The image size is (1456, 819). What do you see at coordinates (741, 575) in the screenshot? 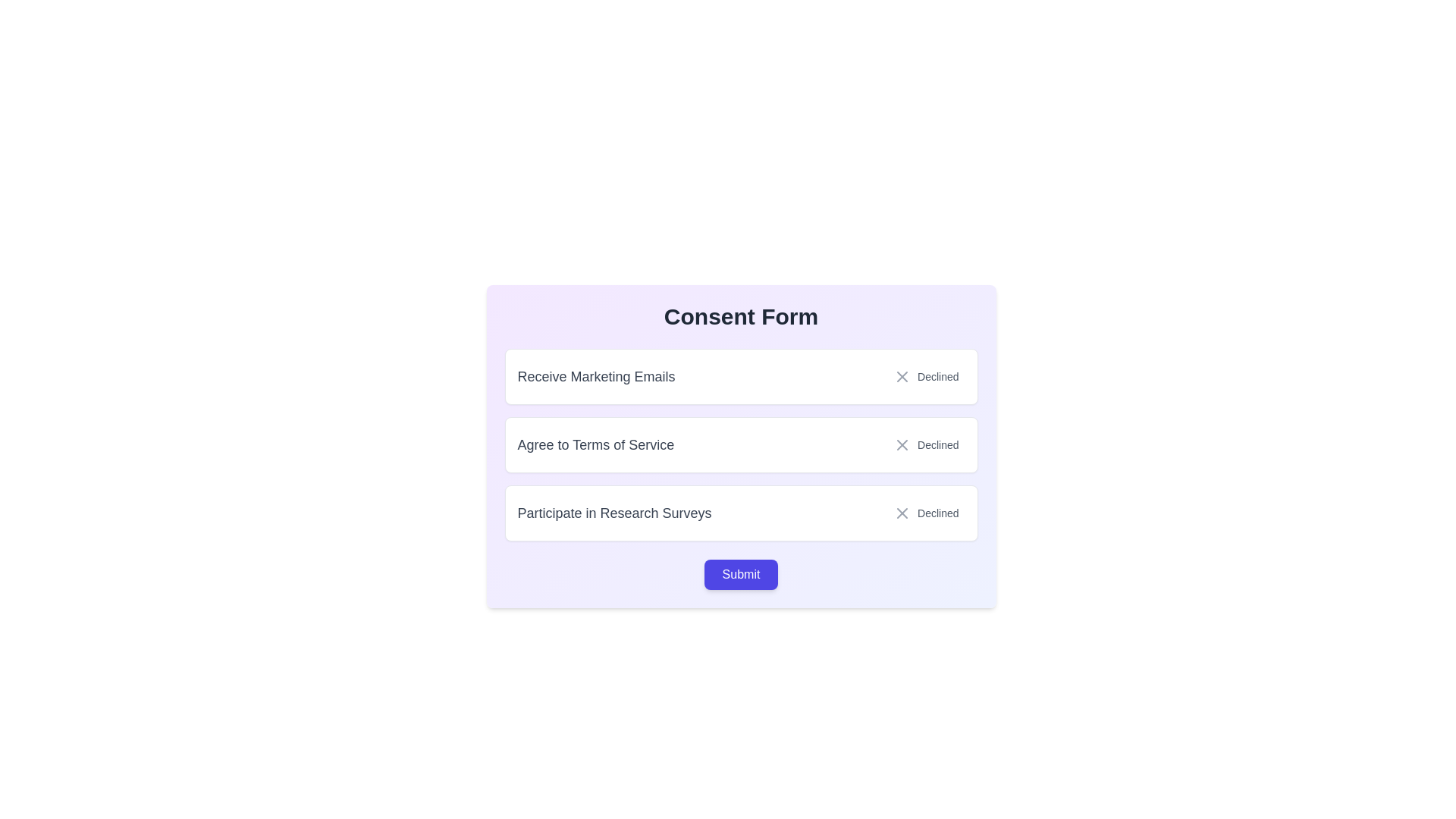
I see `the rectangular 'Submit' button with a purple background to change its background color` at bounding box center [741, 575].